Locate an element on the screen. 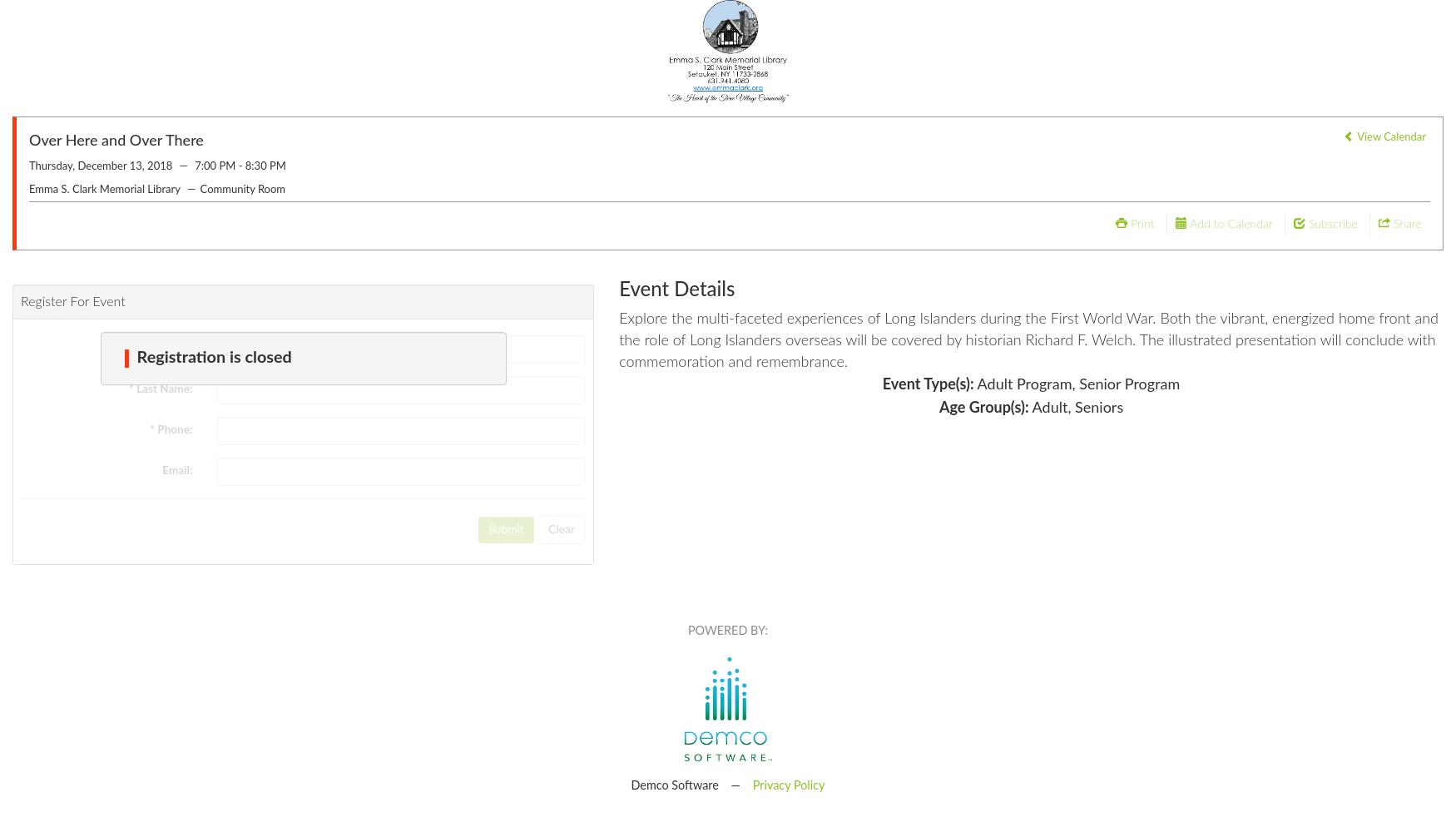 The width and height of the screenshot is (1456, 832). 'Share' is located at coordinates (1408, 223).